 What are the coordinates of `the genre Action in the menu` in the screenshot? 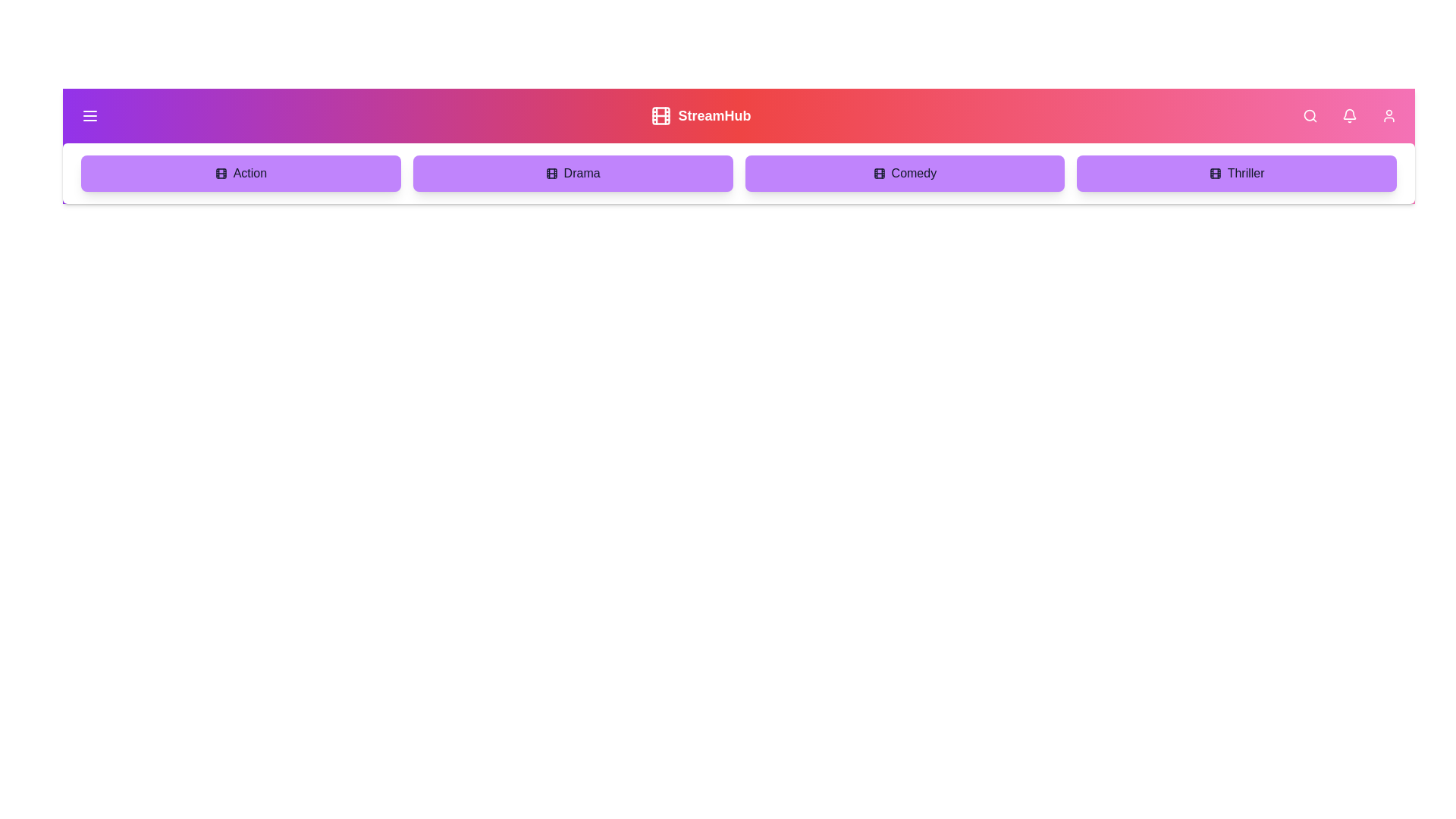 It's located at (240, 172).